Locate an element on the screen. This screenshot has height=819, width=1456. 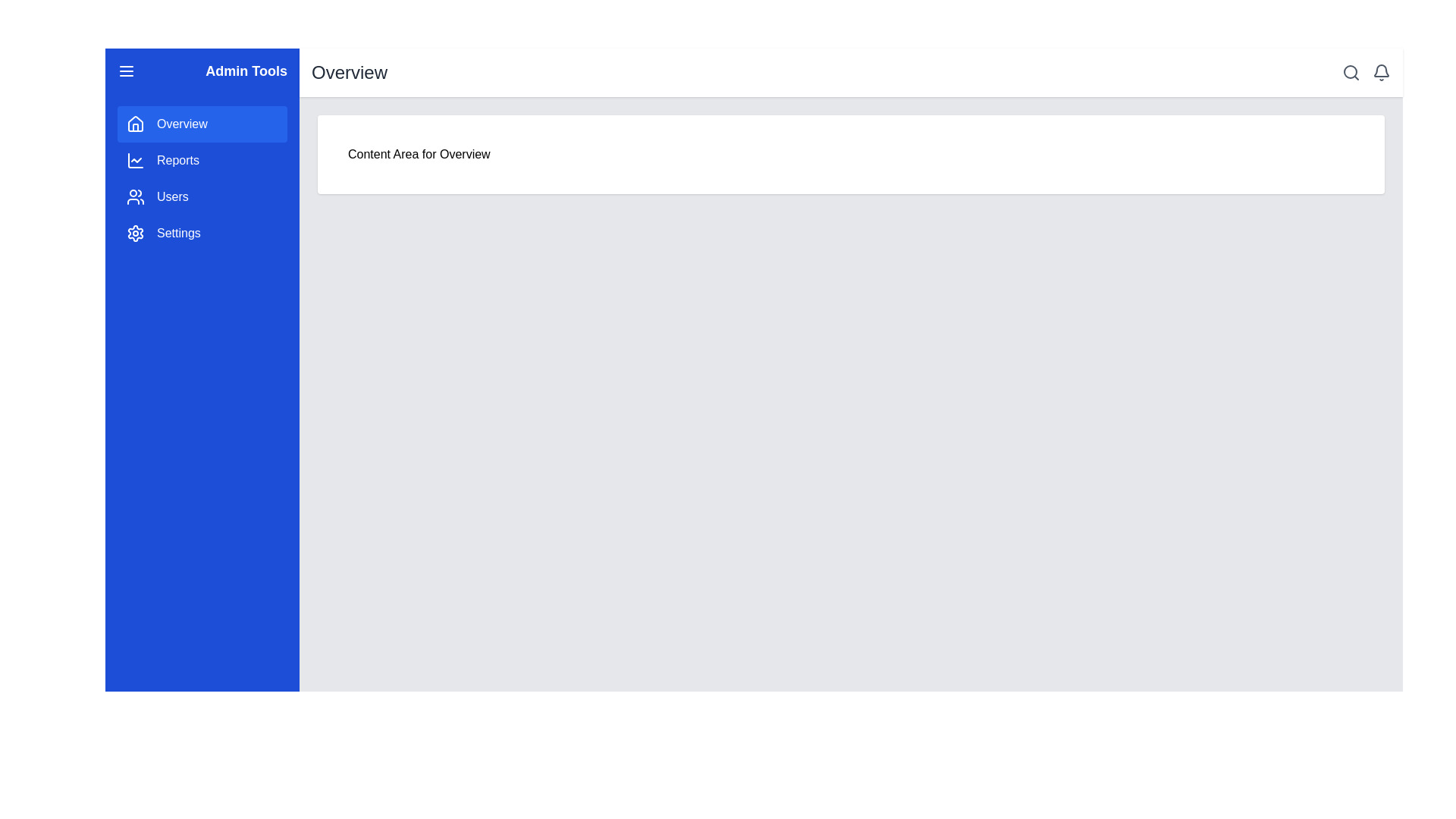
the gear icon in the blue sidebar menu is located at coordinates (135, 234).